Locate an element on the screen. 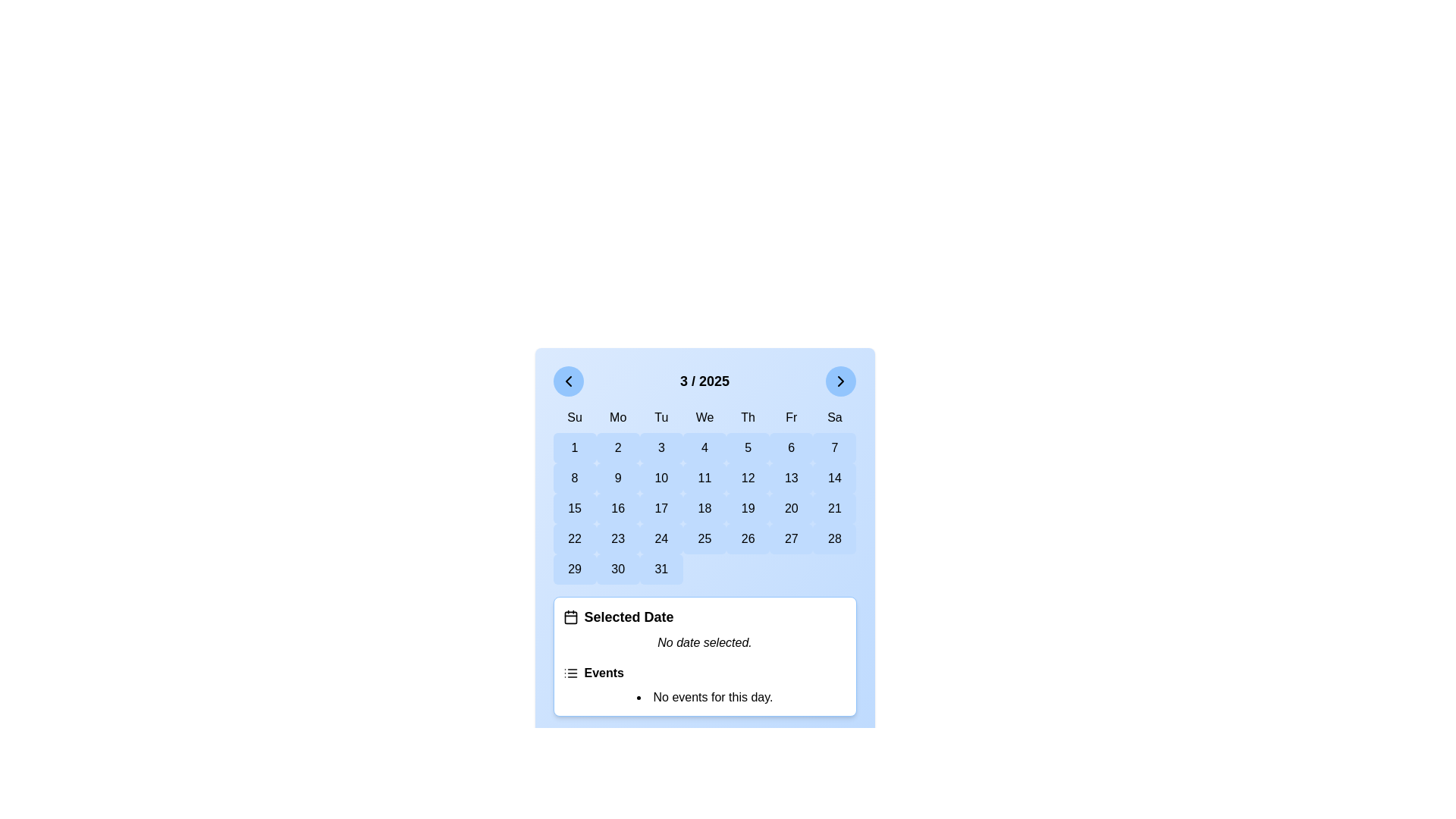 The height and width of the screenshot is (819, 1456). the rounded rectangle background element of the SVG calendar icon is located at coordinates (570, 617).